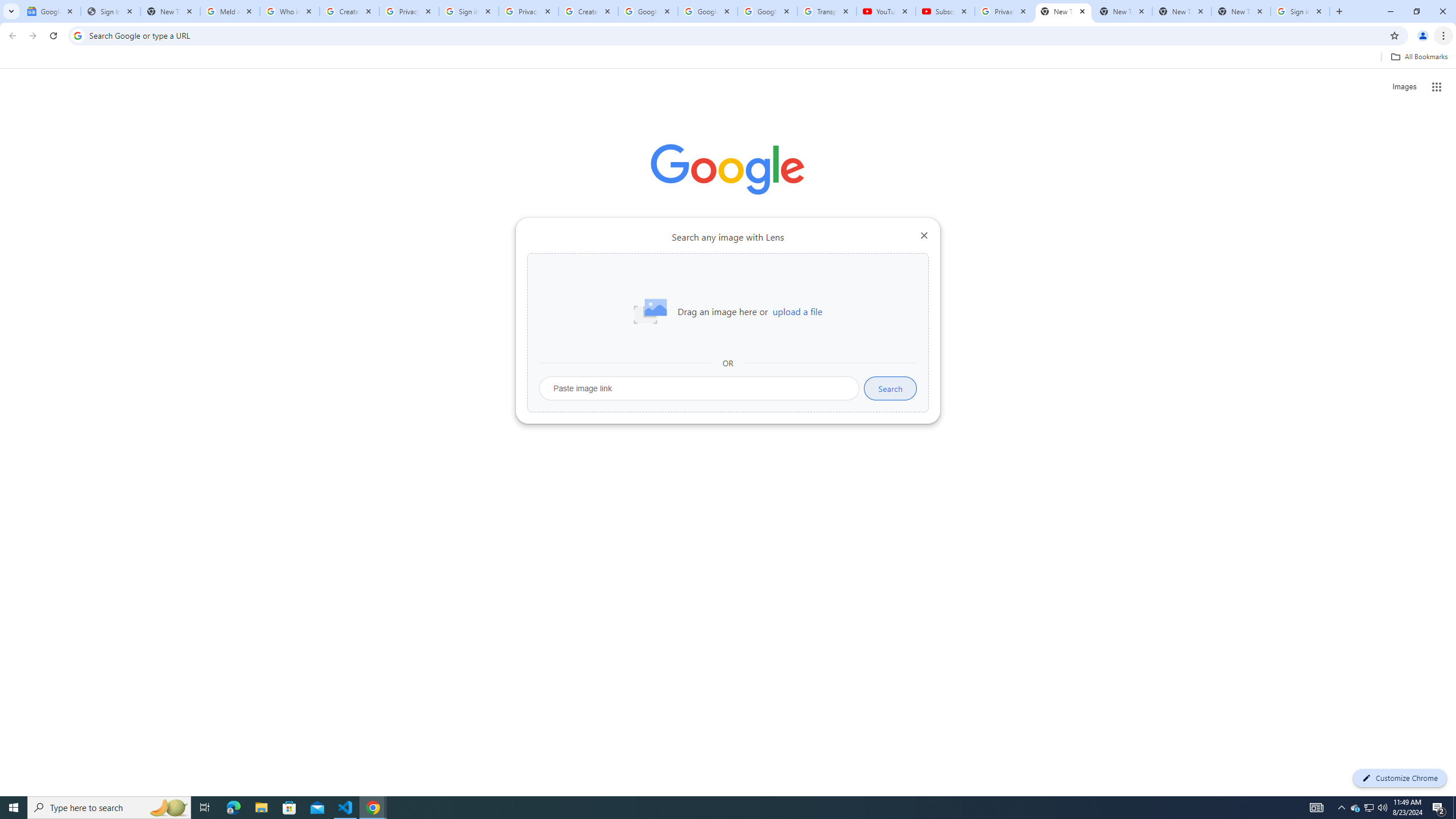 The image size is (1456, 819). What do you see at coordinates (700, 388) in the screenshot?
I see `'Paste image link'` at bounding box center [700, 388].